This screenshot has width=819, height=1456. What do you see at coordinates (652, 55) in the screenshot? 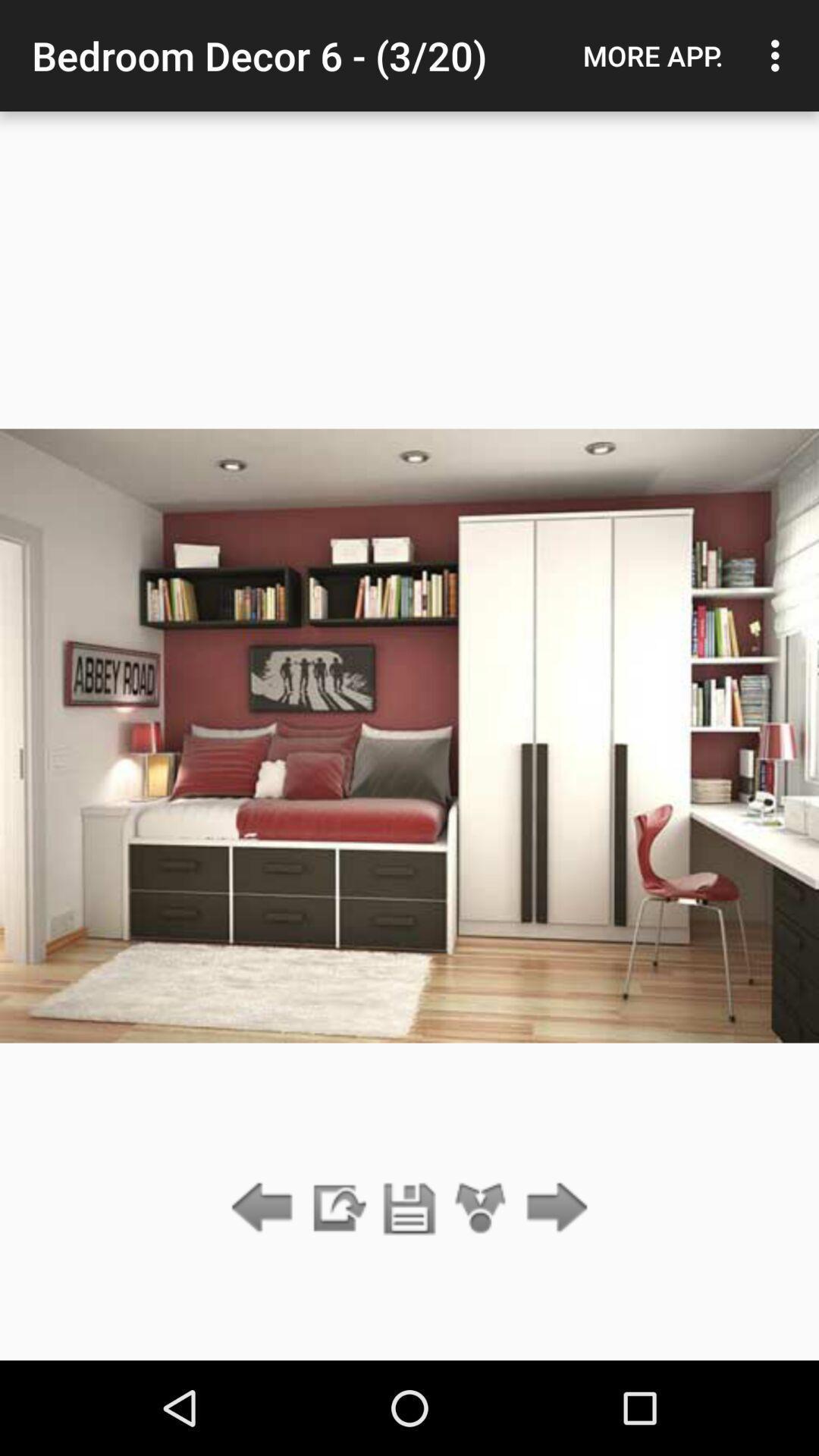
I see `the icon next to bedroom decor 6 app` at bounding box center [652, 55].